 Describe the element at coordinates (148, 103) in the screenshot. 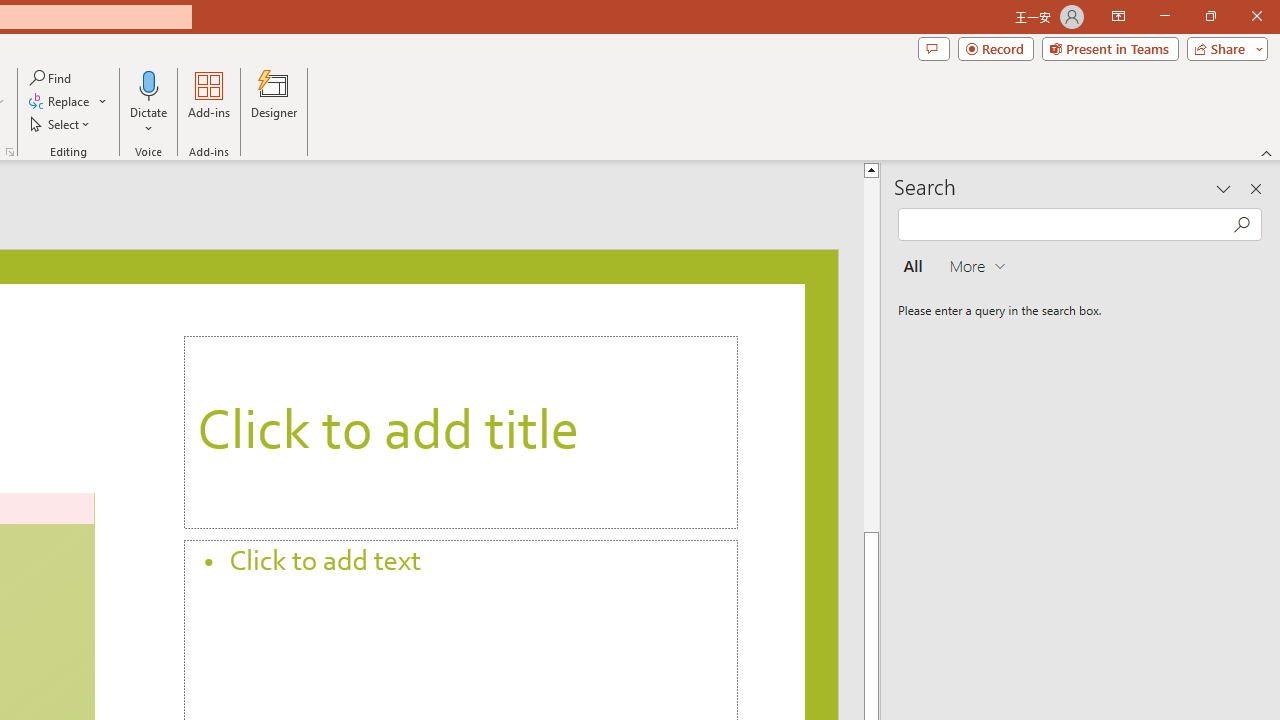

I see `'Dictate'` at that location.